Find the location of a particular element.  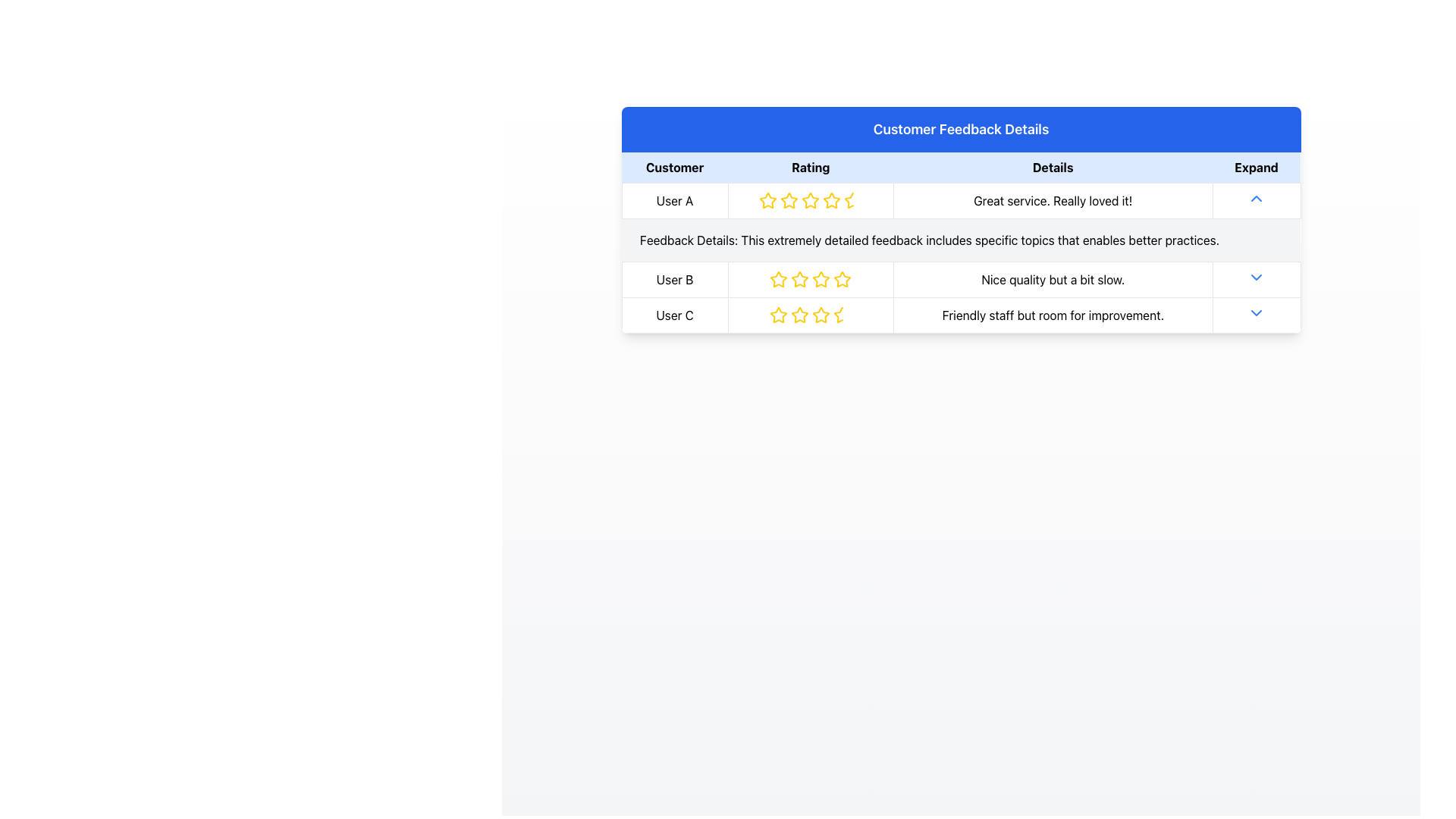

the second star icon in the 'Rating' column of the feedback table is located at coordinates (789, 199).